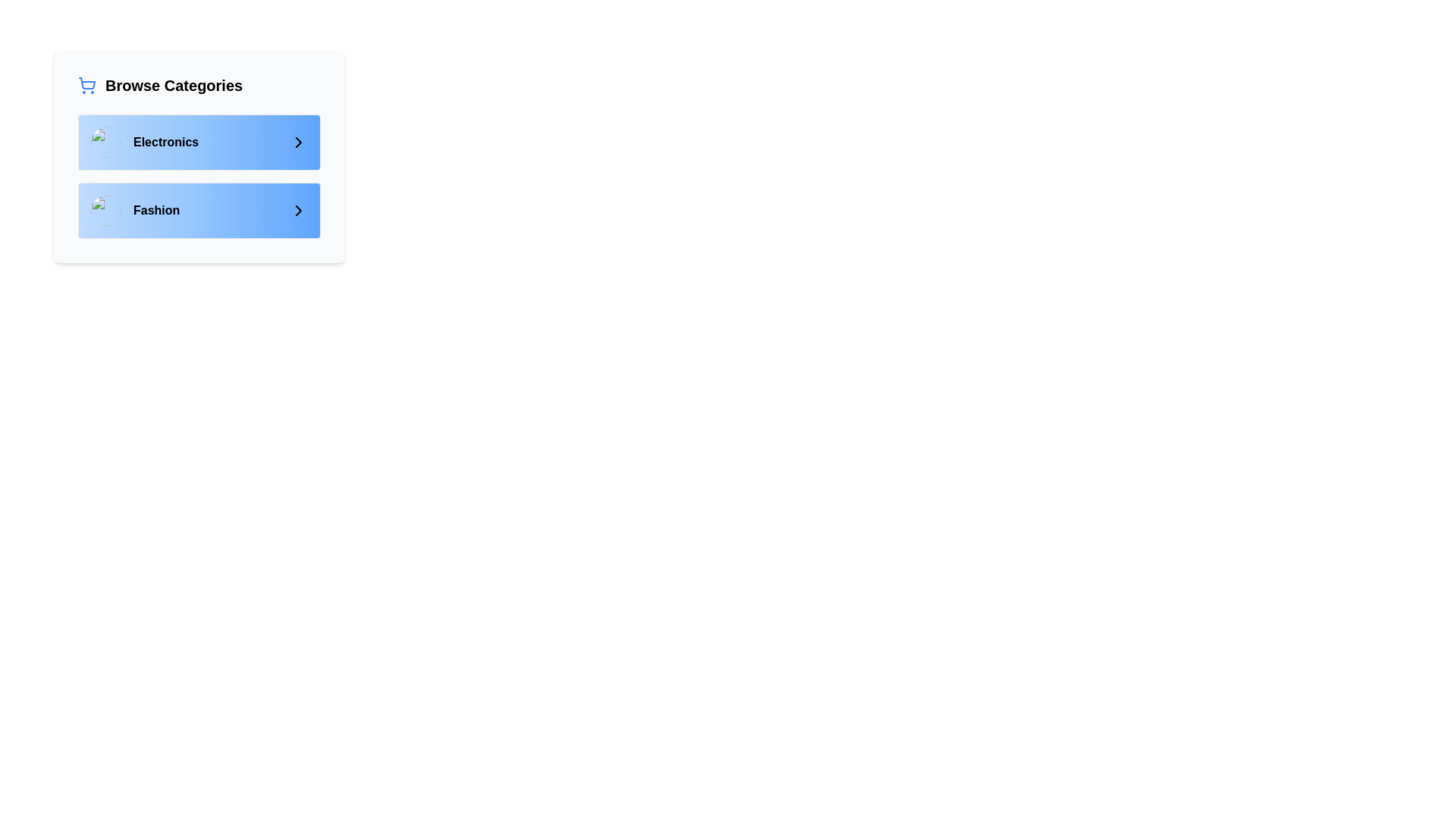 Image resolution: width=1456 pixels, height=819 pixels. I want to click on the 'Electronics' list item text, which is bold and part of a list with a light blue background, so click(145, 143).